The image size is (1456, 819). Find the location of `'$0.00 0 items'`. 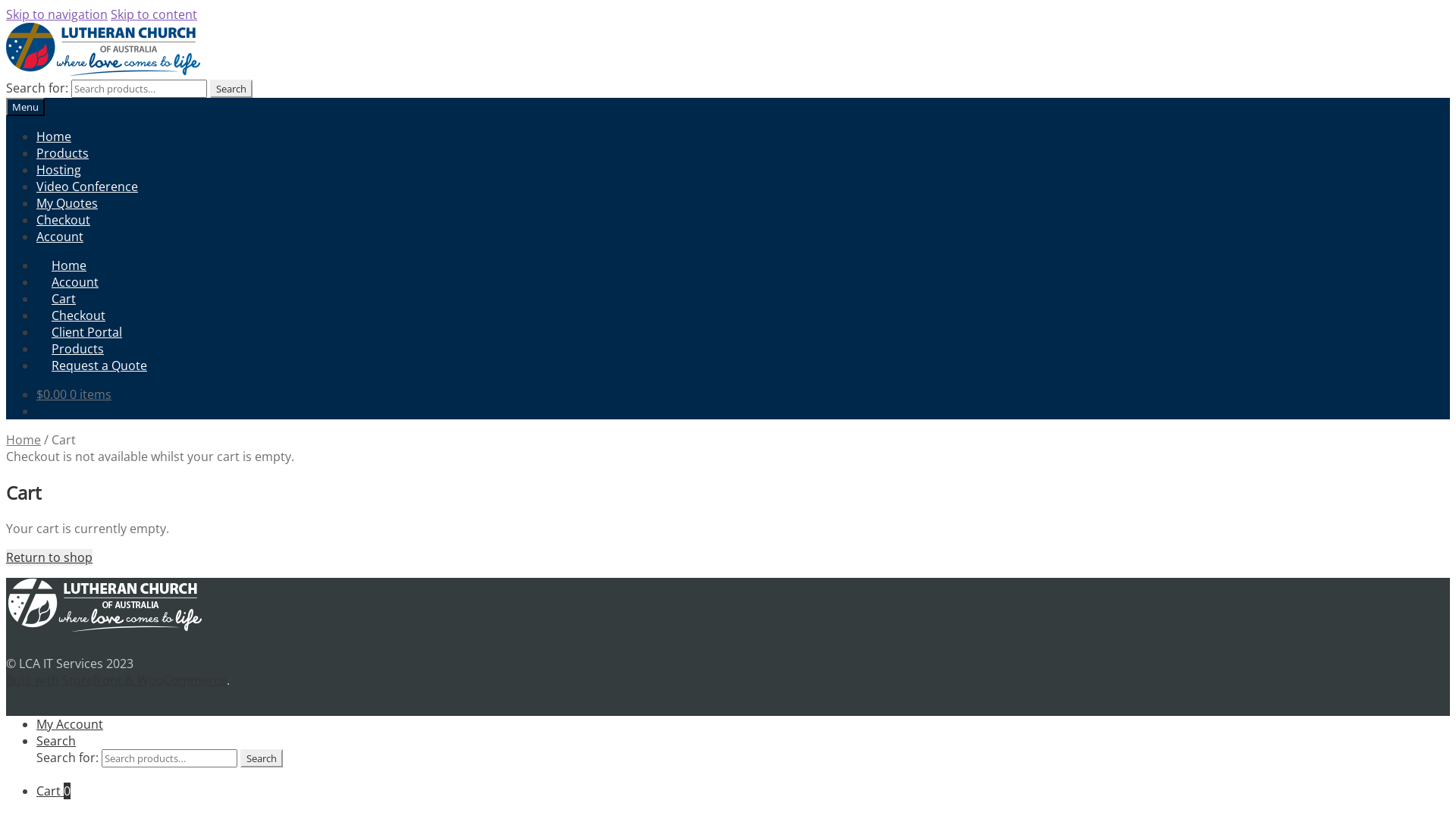

'$0.00 0 items' is located at coordinates (73, 394).